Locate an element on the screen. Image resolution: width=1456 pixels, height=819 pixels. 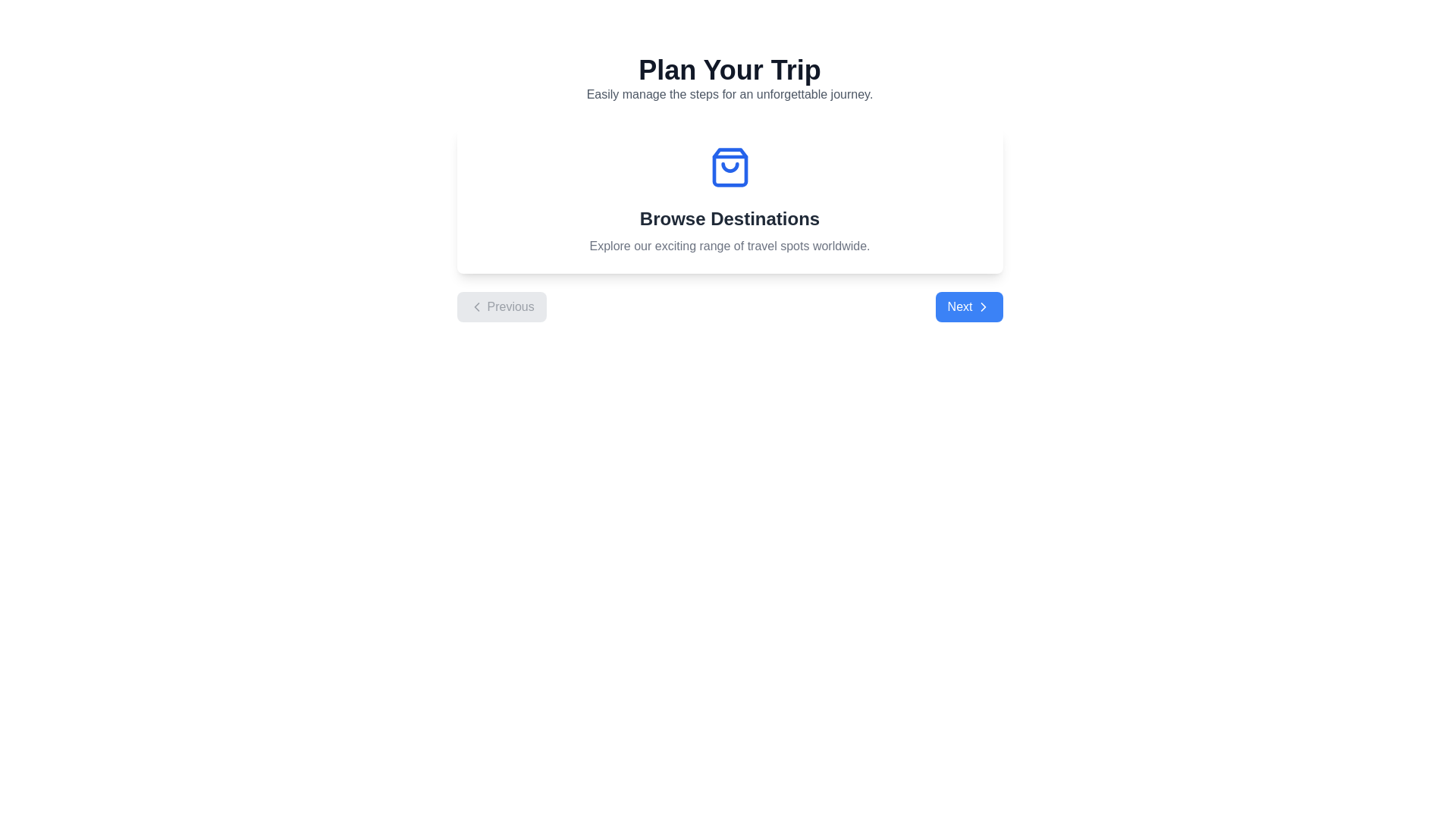
the text label that reads 'Explore our exciting range of travel spots worldwide.' which is styled in light gray and located below the title 'Browse Destinations.' is located at coordinates (730, 245).